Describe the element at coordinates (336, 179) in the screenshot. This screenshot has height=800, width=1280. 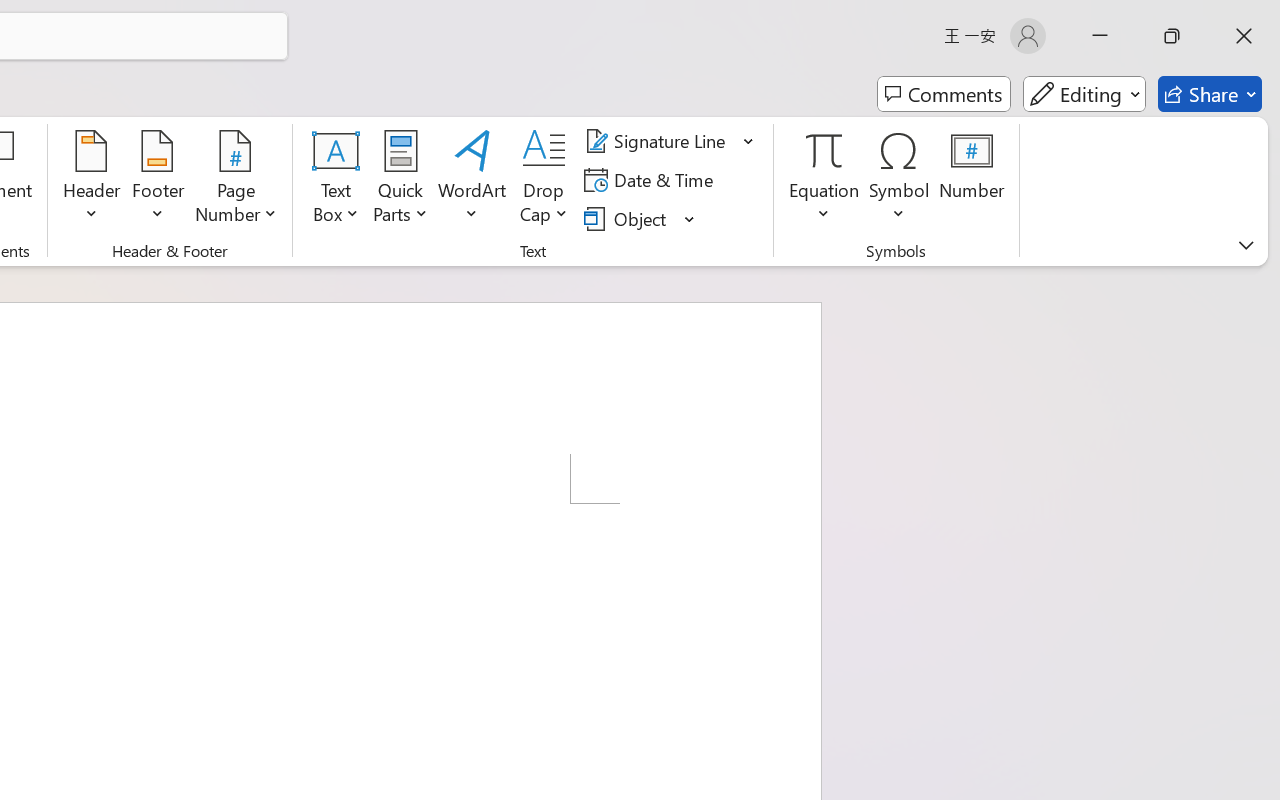
I see `'Text Box'` at that location.